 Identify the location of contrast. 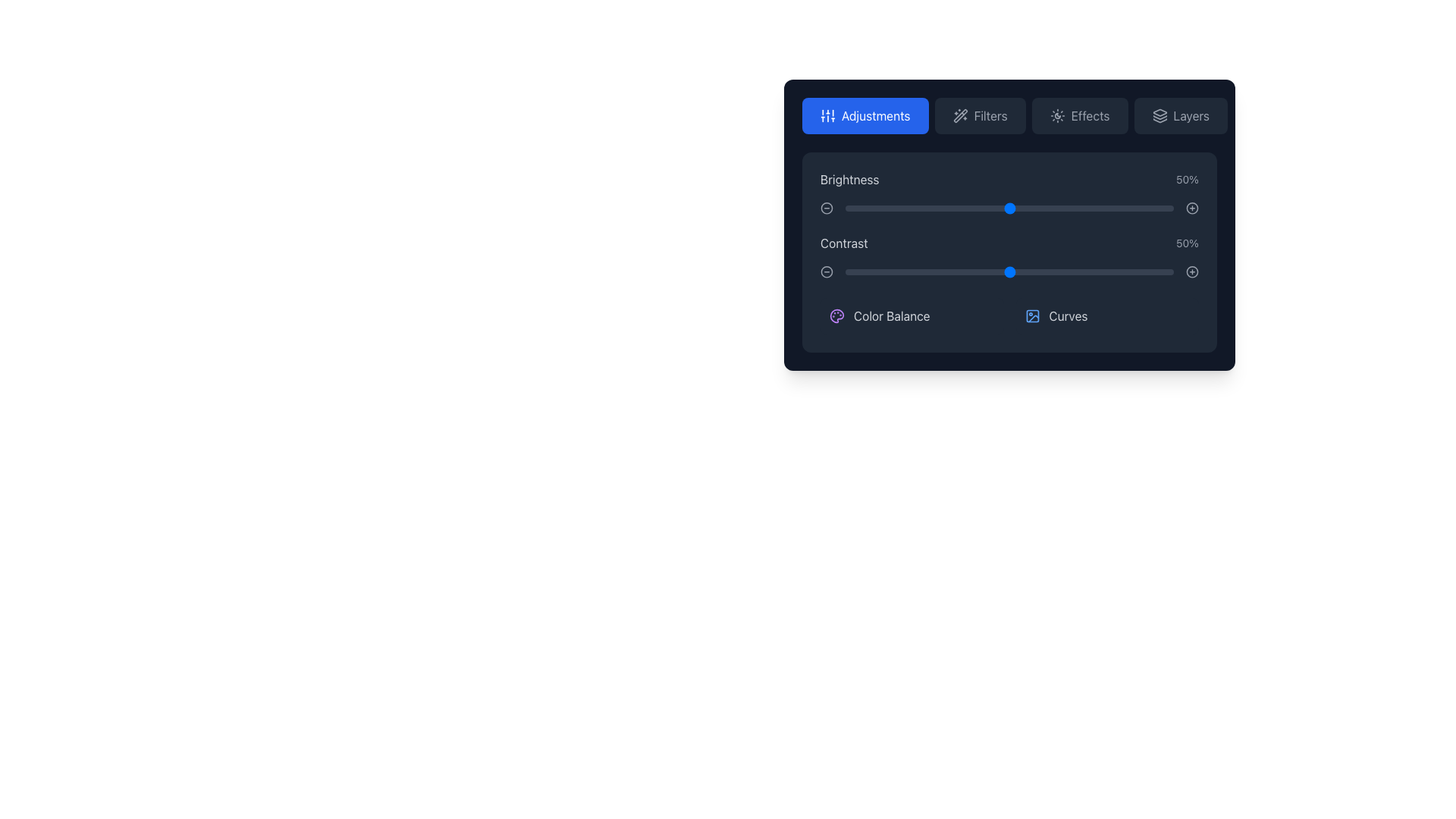
(1169, 271).